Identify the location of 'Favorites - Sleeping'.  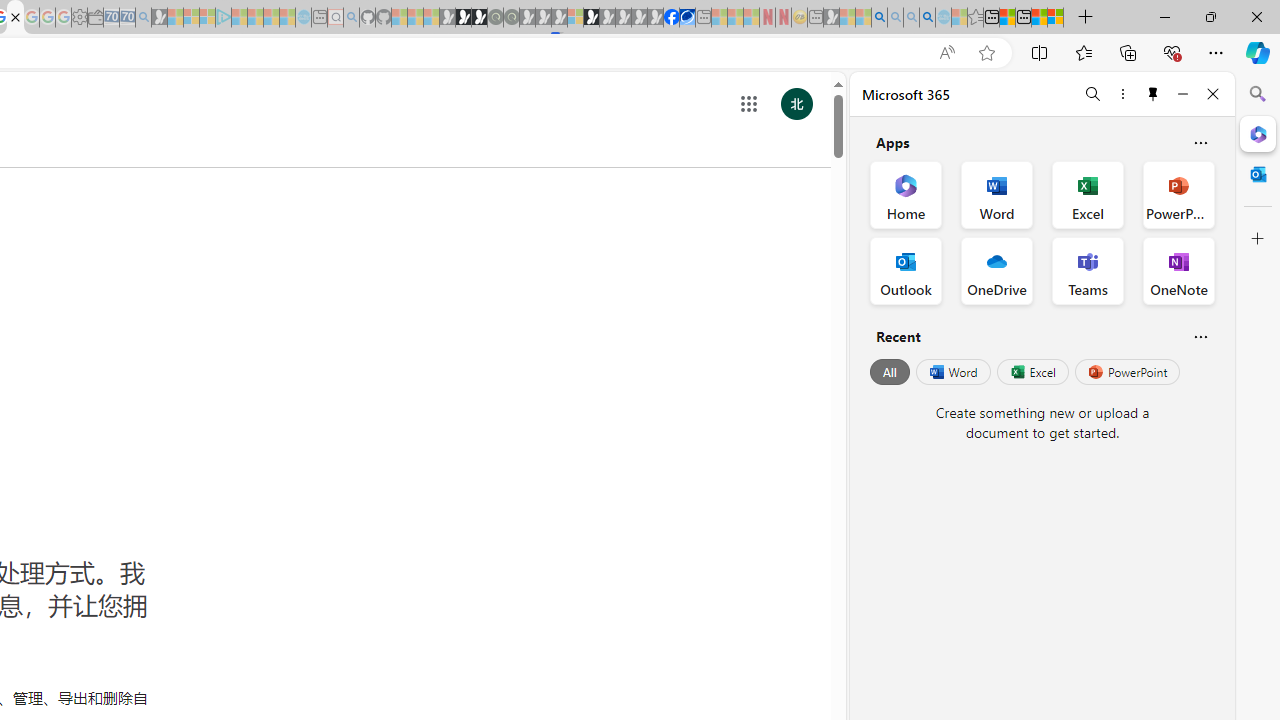
(975, 17).